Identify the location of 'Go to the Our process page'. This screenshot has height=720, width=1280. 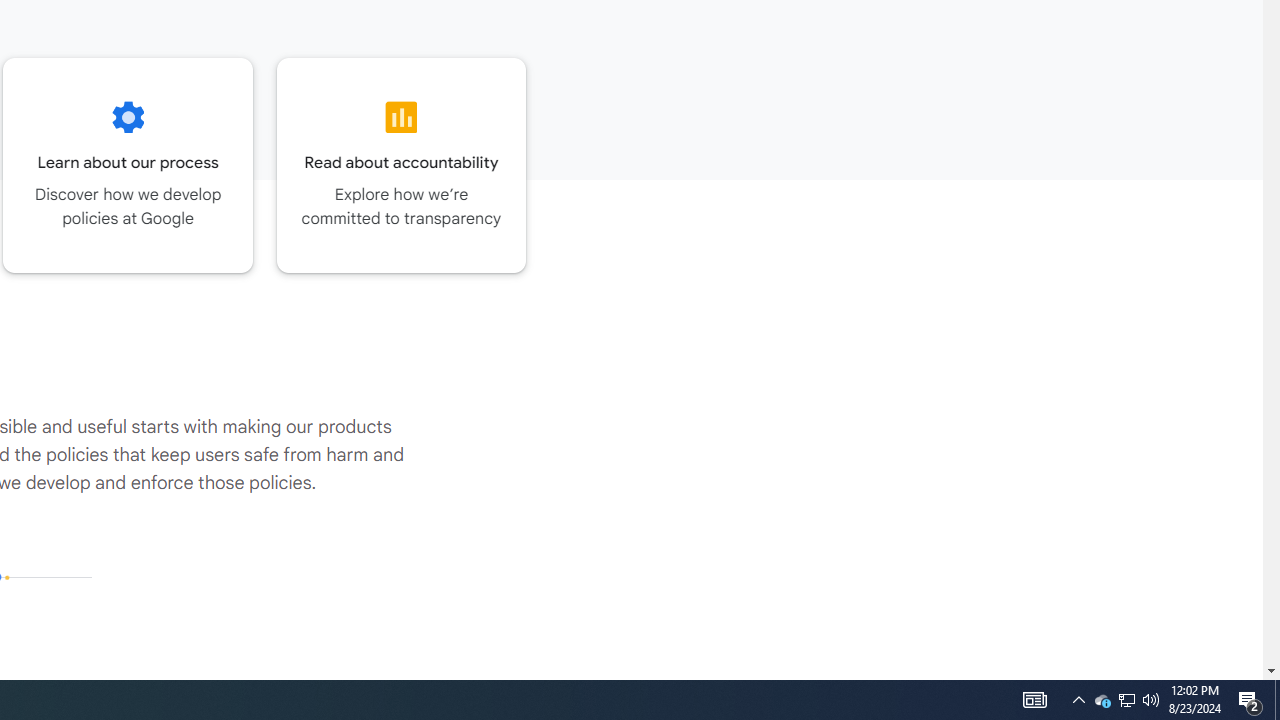
(127, 164).